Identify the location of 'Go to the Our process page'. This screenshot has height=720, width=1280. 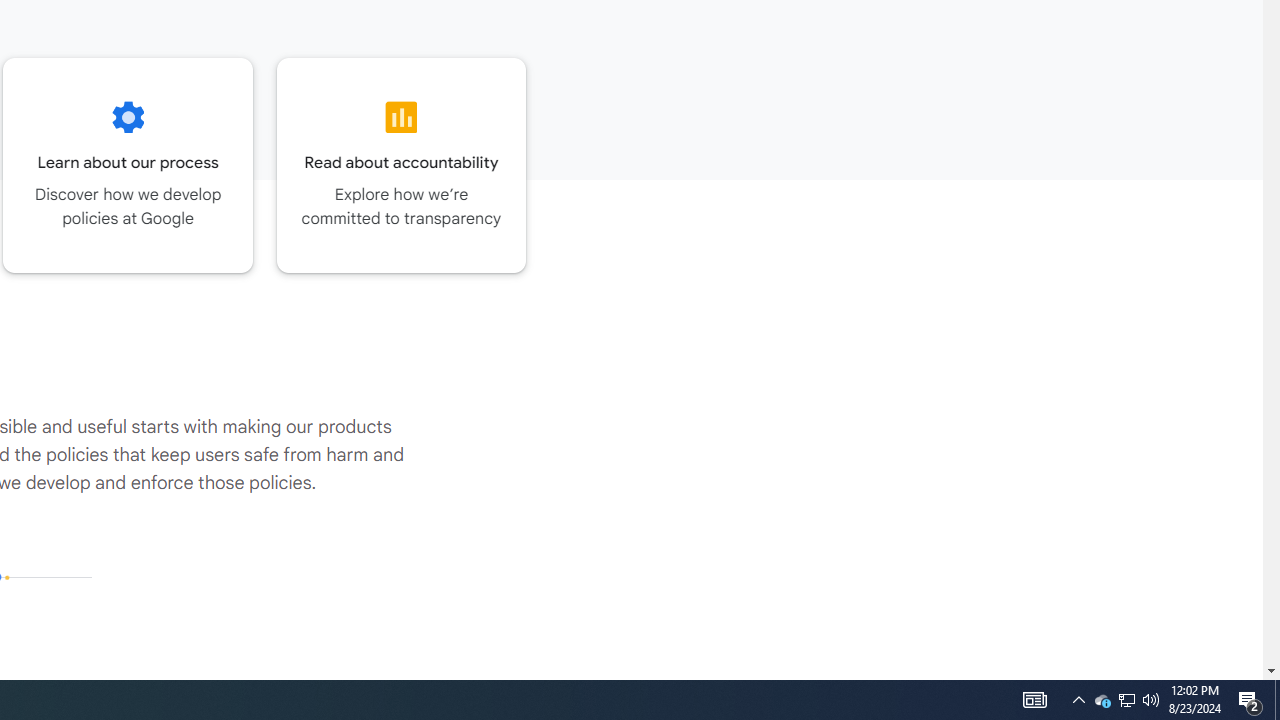
(127, 164).